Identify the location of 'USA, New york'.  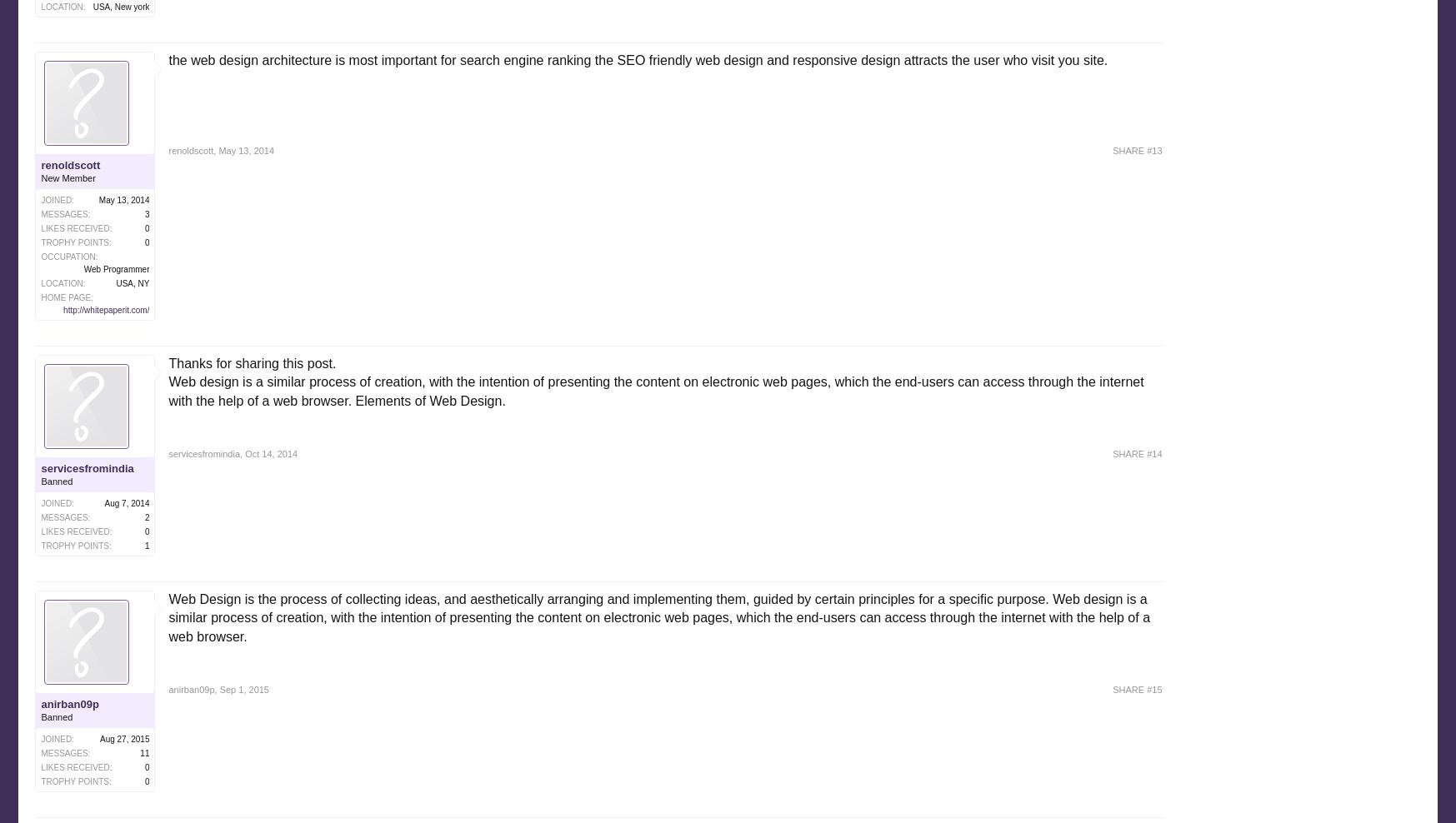
(92, 5).